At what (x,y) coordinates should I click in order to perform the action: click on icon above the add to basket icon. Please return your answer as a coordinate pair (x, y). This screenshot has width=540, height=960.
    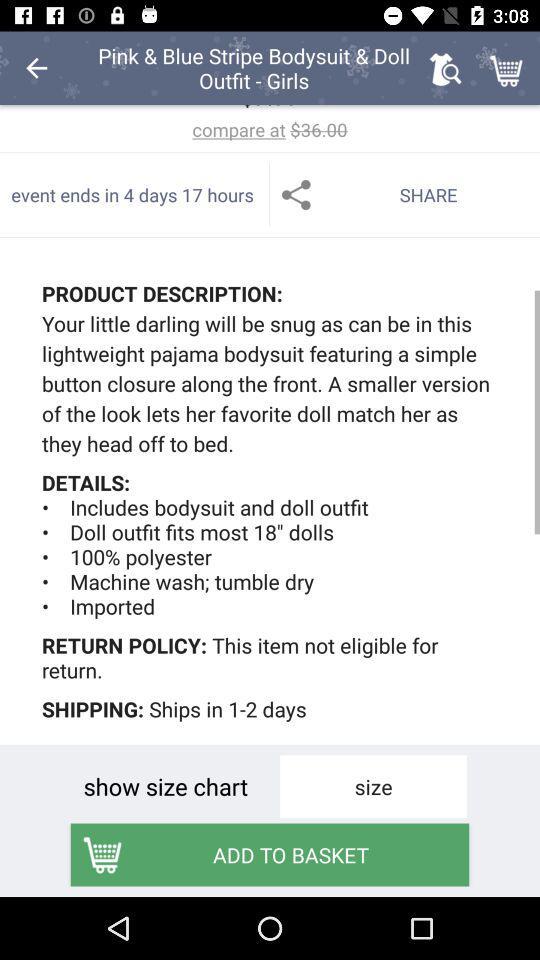
    Looking at the image, I should click on (164, 786).